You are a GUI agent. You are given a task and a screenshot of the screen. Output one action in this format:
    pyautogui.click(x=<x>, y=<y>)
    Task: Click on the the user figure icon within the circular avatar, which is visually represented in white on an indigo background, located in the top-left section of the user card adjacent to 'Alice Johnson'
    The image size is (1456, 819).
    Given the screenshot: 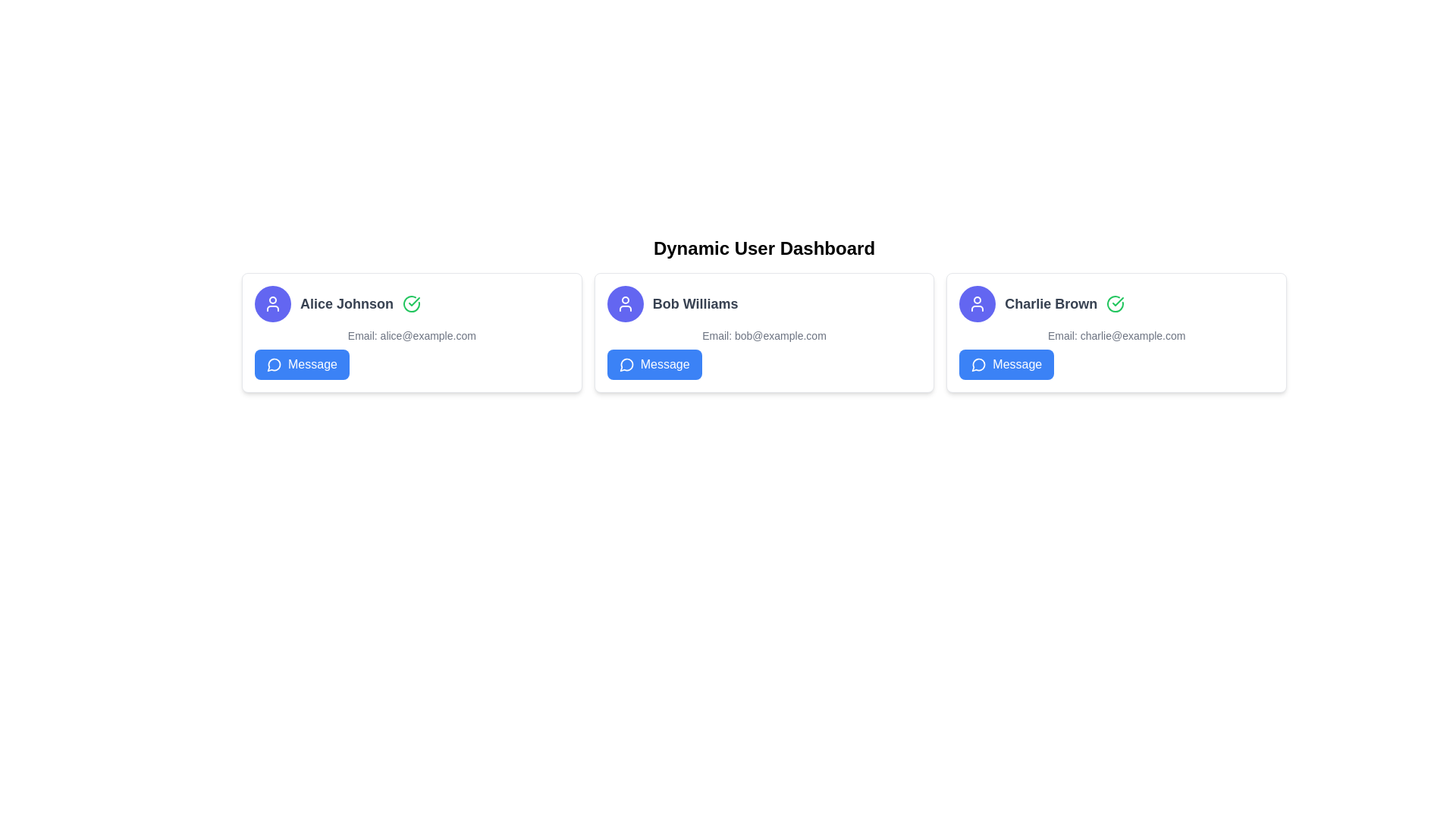 What is the action you would take?
    pyautogui.click(x=273, y=304)
    